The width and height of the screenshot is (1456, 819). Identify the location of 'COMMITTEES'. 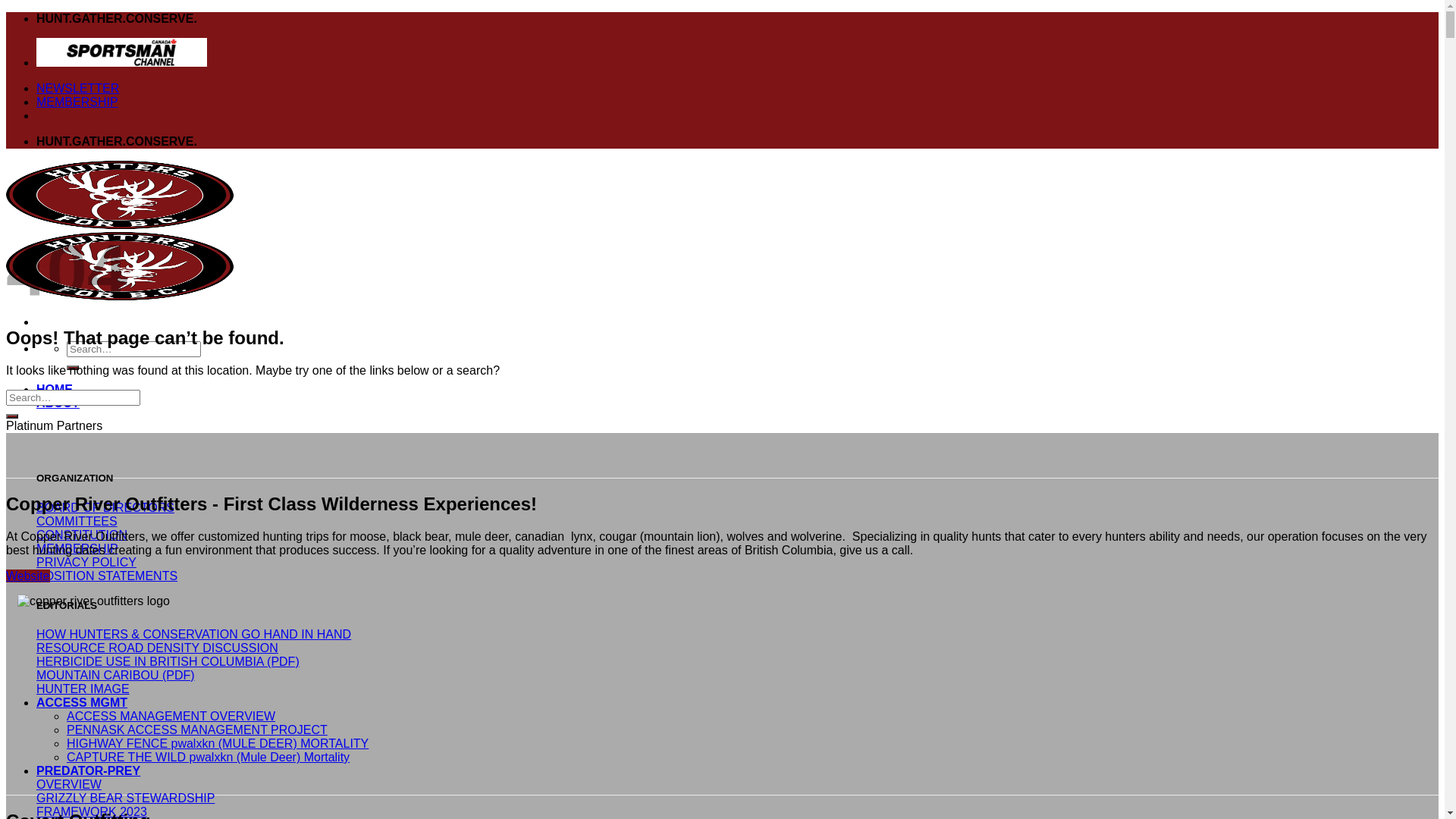
(76, 520).